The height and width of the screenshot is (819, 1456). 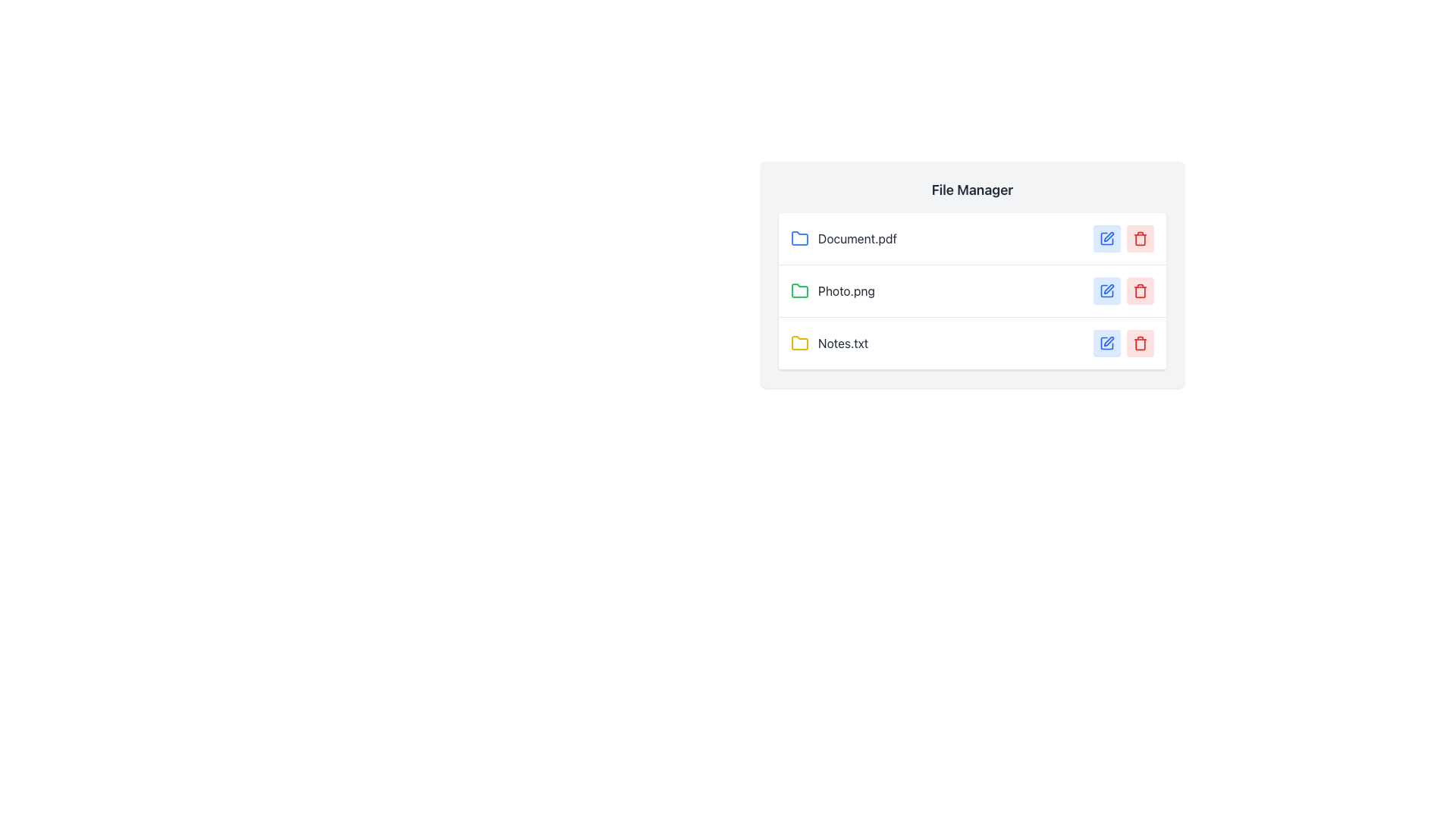 What do you see at coordinates (829, 343) in the screenshot?
I see `the file item named 'Notes.txt' in the file manager interface` at bounding box center [829, 343].